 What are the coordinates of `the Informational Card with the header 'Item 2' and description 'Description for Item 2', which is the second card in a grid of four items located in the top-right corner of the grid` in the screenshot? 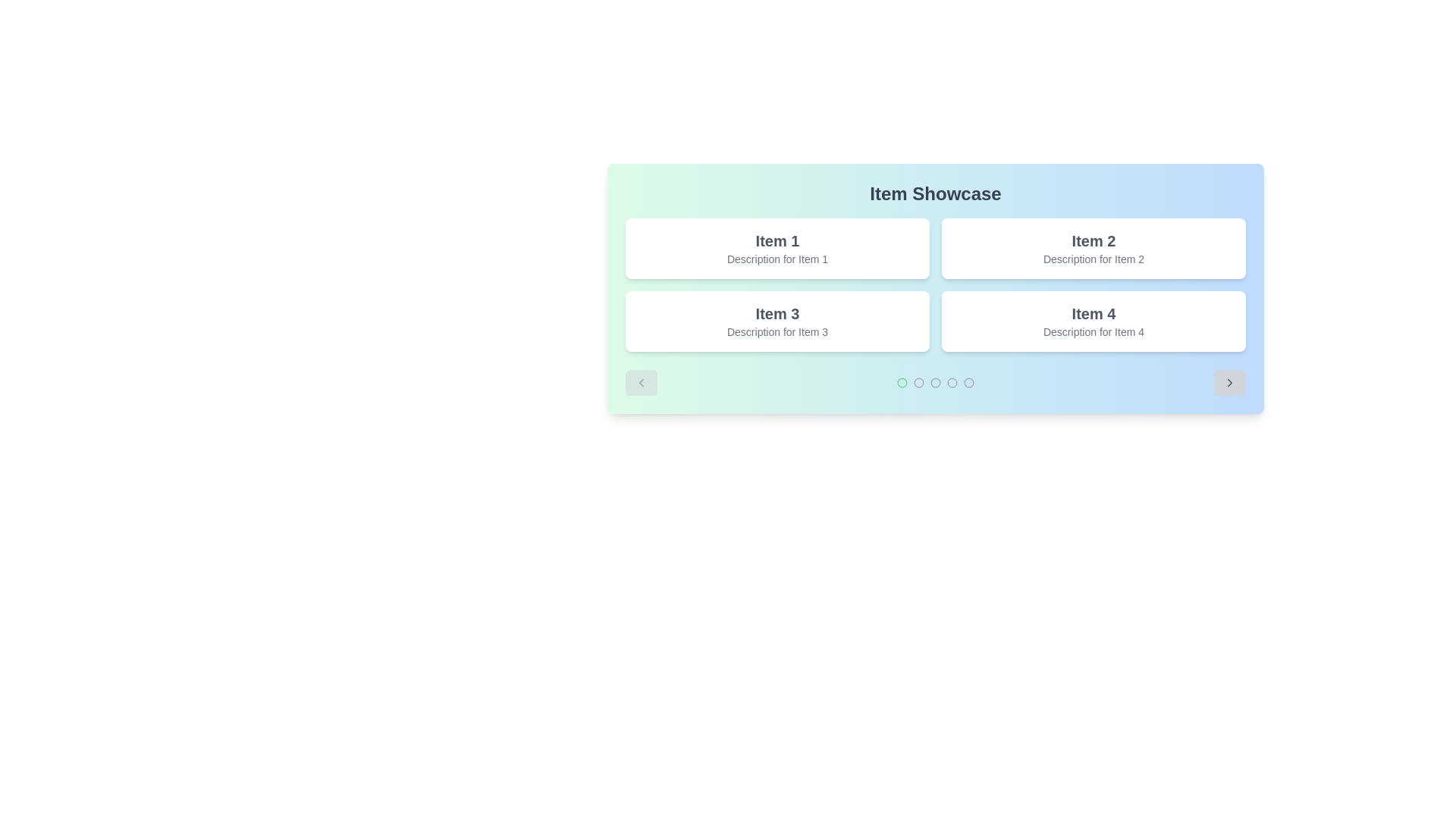 It's located at (1094, 247).